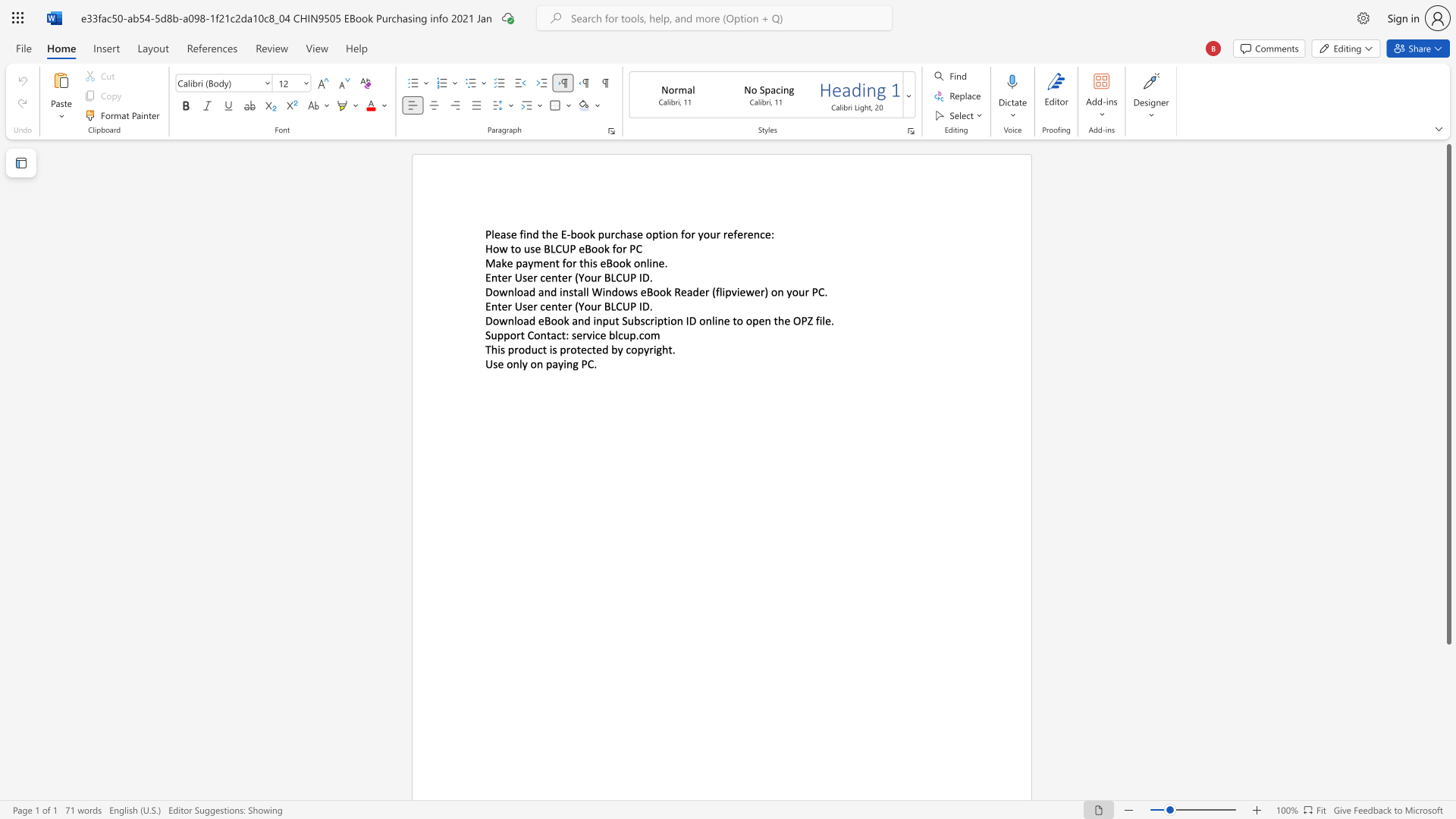  What do you see at coordinates (1448, 758) in the screenshot?
I see `the scrollbar to move the view down` at bounding box center [1448, 758].